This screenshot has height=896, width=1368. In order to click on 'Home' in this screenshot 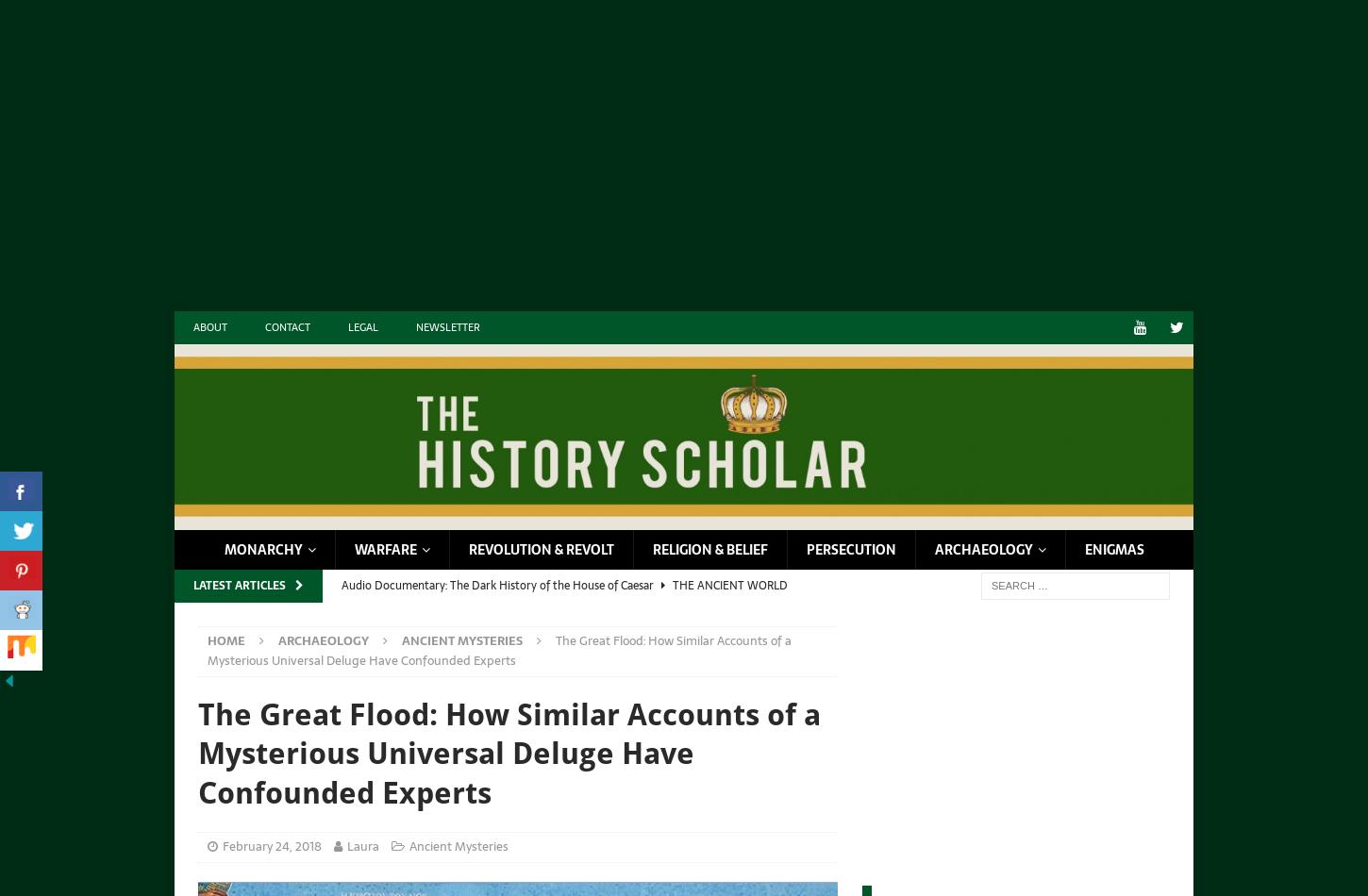, I will do `click(206, 639)`.